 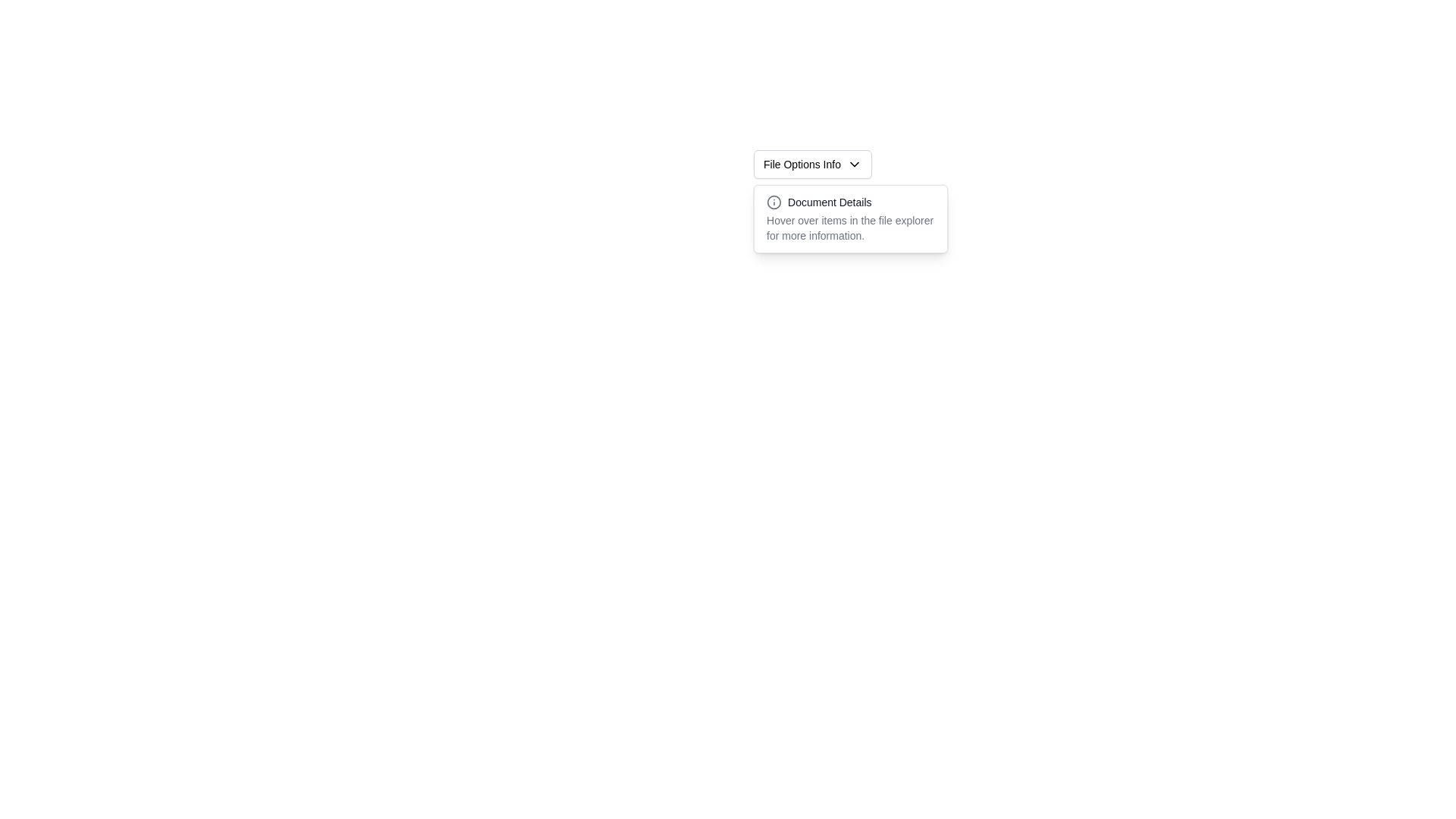 I want to click on textual information of the gray text label that states 'Hover over items in the file explorer for more information.' located in the Document Details section, so click(x=851, y=227).